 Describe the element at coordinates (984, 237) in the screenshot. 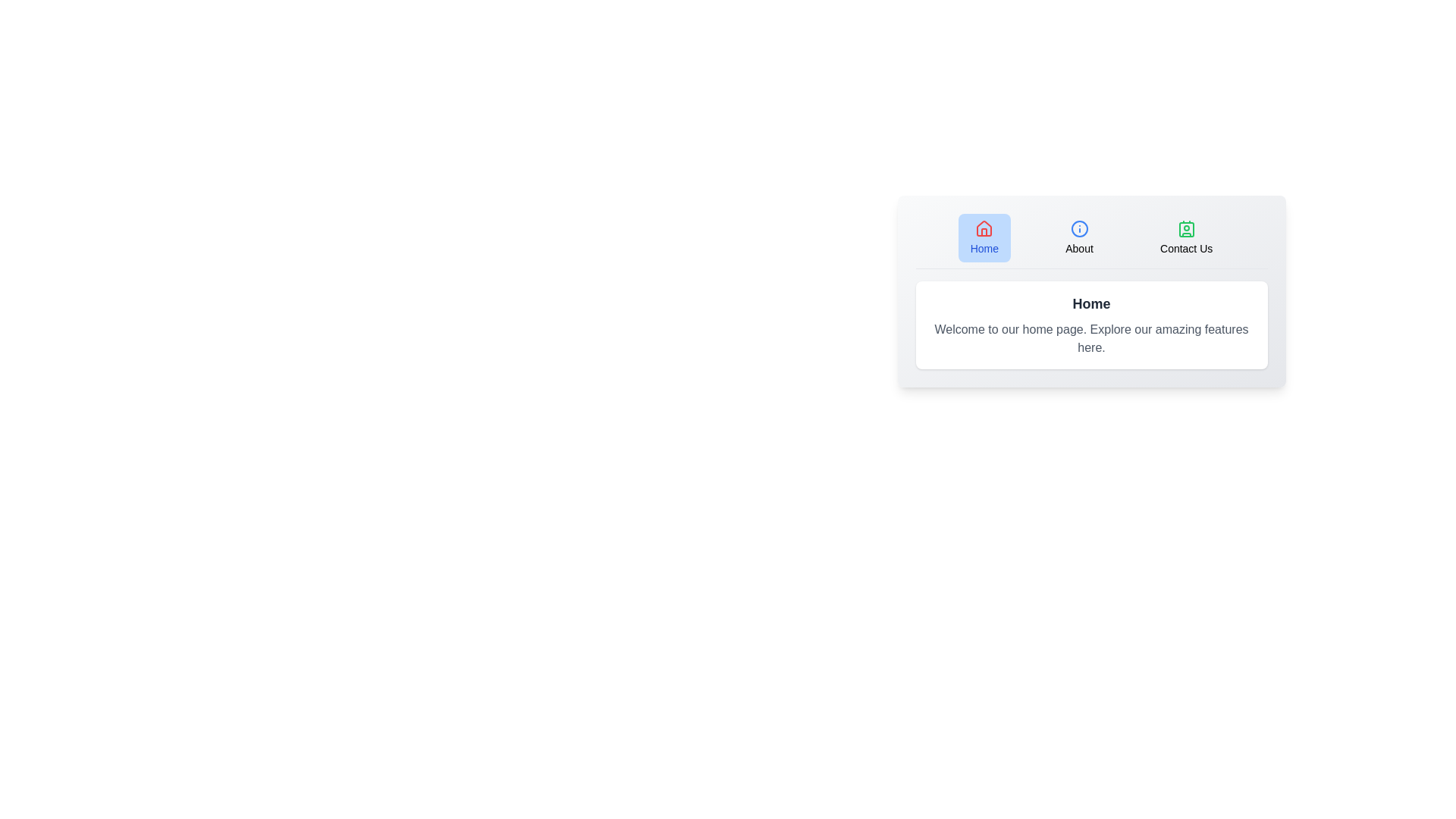

I see `the tab titled 'Home' to observe the styling change` at that location.